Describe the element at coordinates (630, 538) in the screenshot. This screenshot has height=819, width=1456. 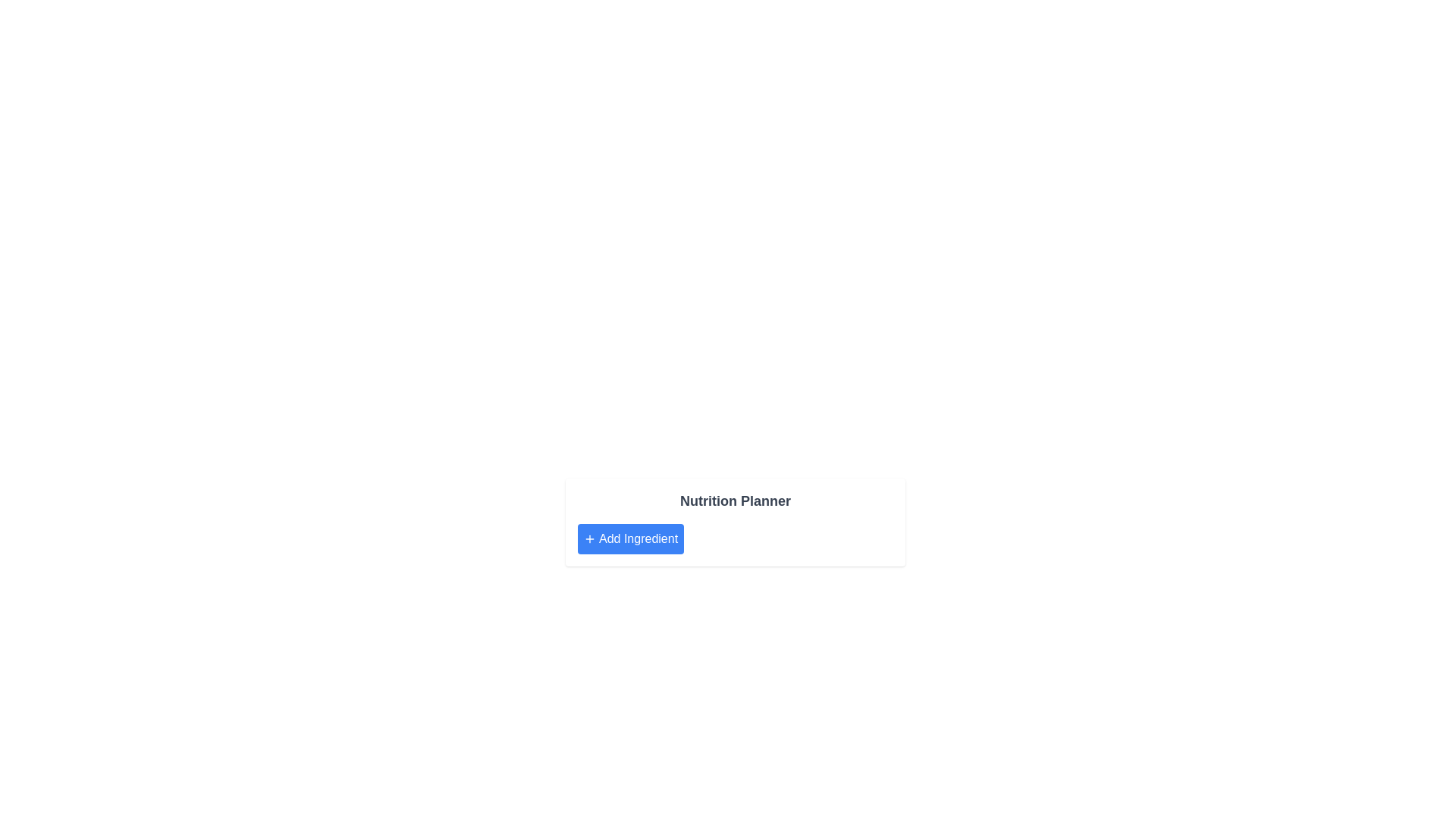
I see `the button within the white, rounded box labeled 'Nutrition Planner'` at that location.